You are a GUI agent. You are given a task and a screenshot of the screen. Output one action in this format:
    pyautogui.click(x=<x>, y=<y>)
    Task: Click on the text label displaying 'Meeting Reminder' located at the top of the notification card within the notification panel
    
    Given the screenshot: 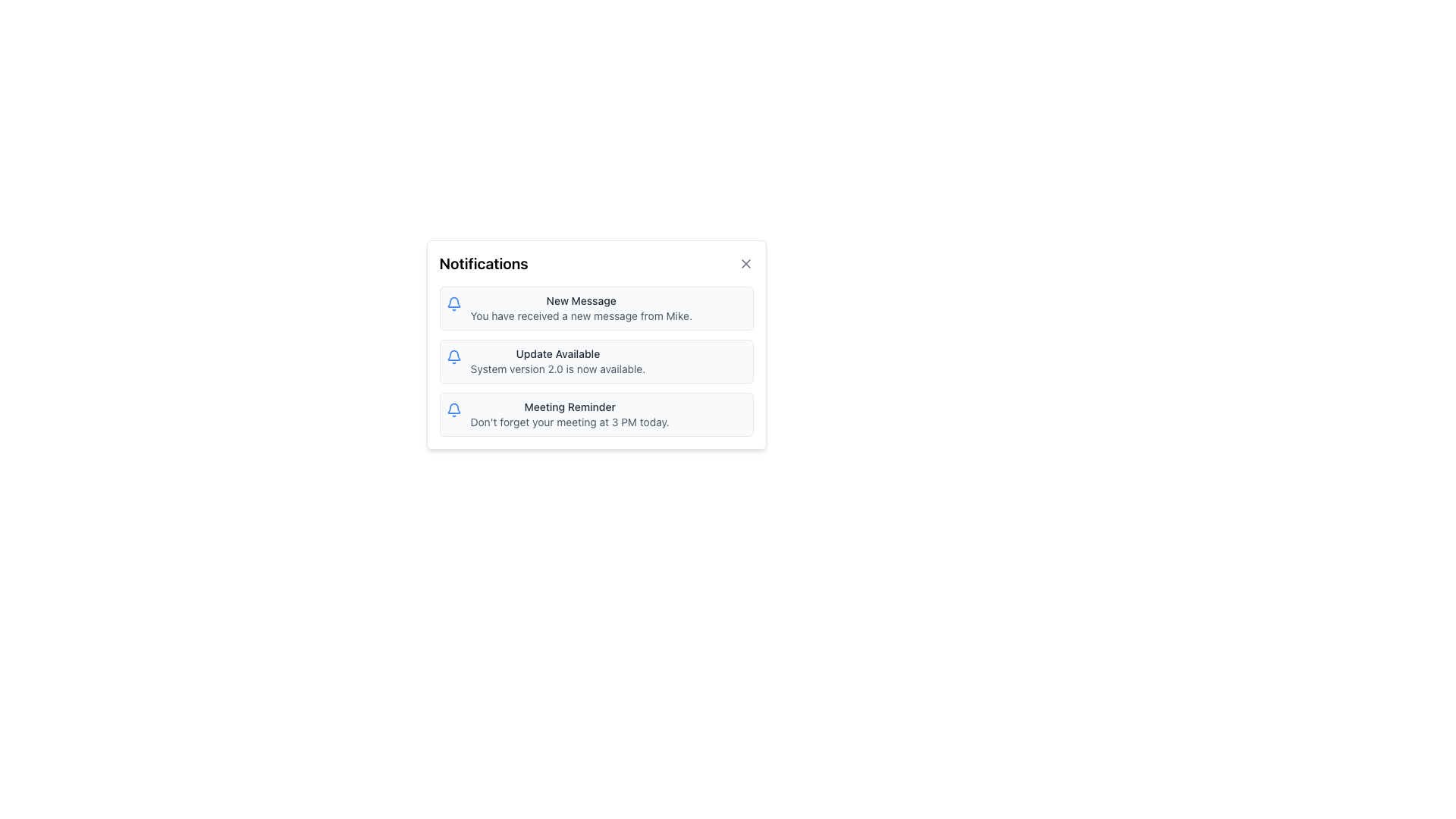 What is the action you would take?
    pyautogui.click(x=569, y=406)
    